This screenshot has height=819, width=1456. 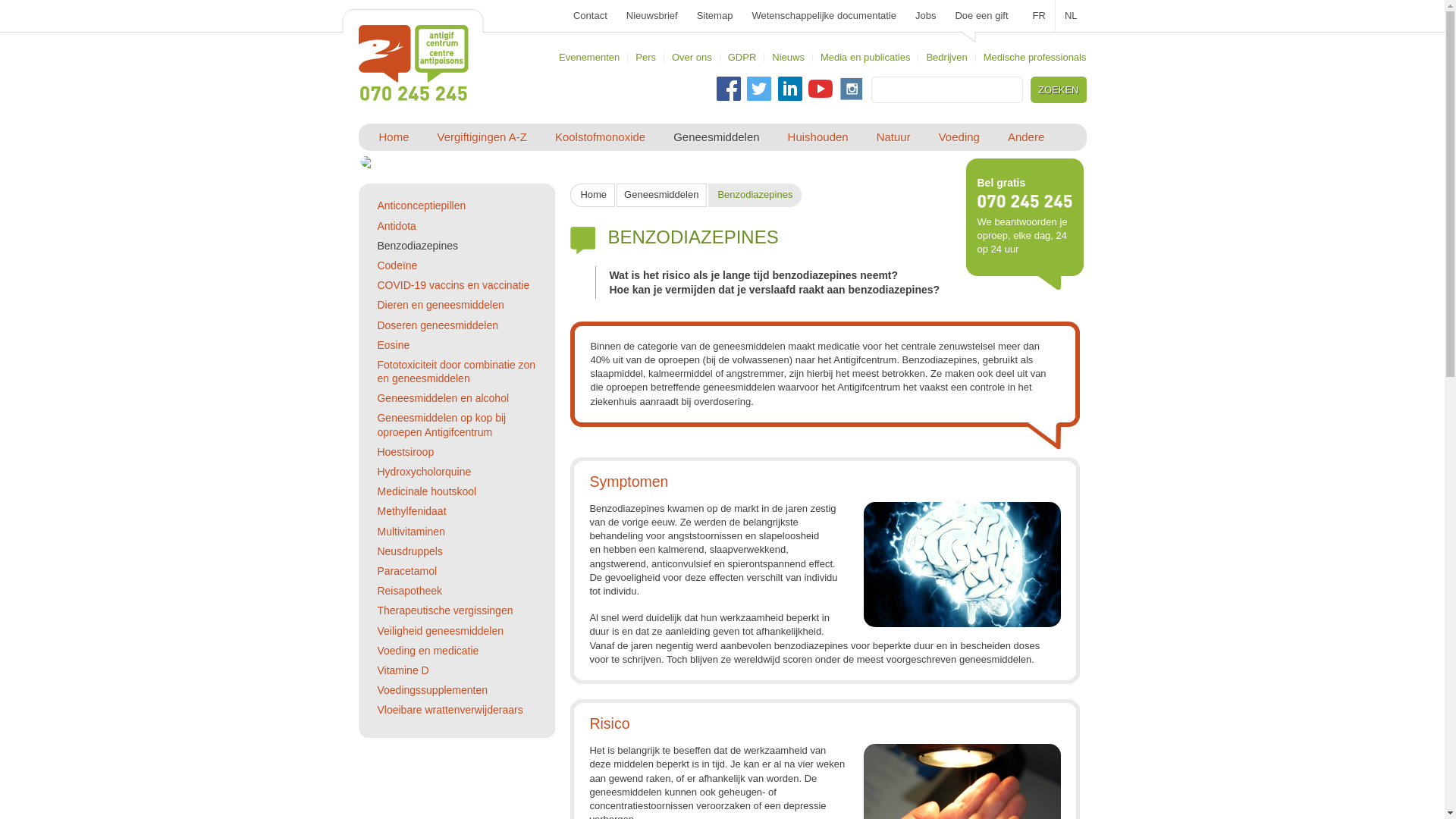 What do you see at coordinates (405, 451) in the screenshot?
I see `'Hoestsiroop'` at bounding box center [405, 451].